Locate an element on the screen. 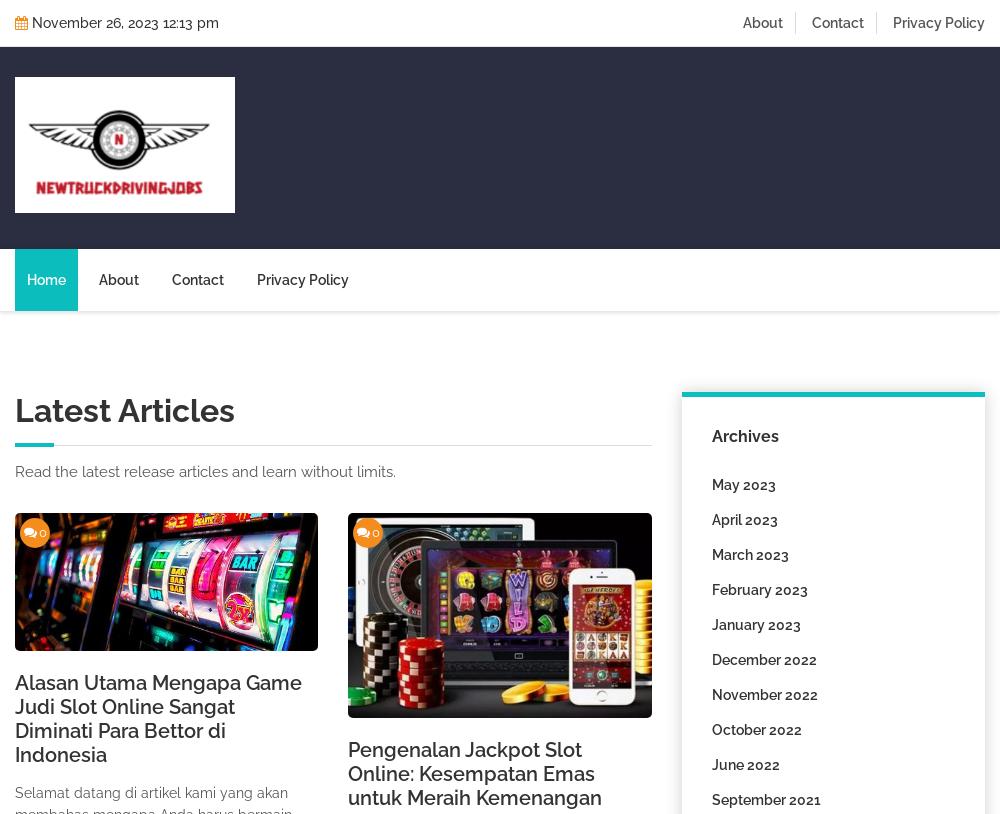 This screenshot has width=1000, height=814. 'May 2023' is located at coordinates (710, 483).